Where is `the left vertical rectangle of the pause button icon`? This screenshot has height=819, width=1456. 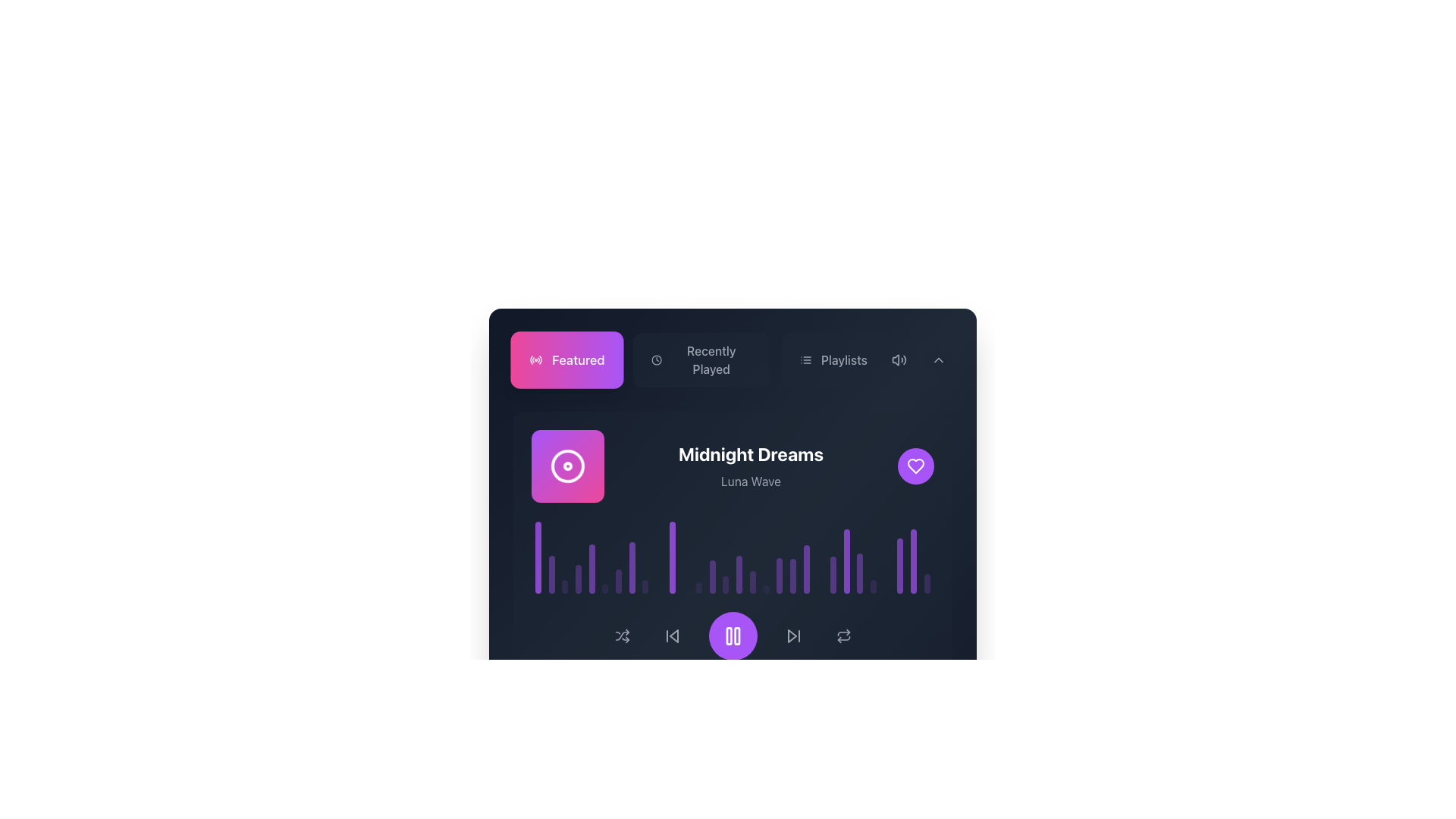 the left vertical rectangle of the pause button icon is located at coordinates (729, 636).